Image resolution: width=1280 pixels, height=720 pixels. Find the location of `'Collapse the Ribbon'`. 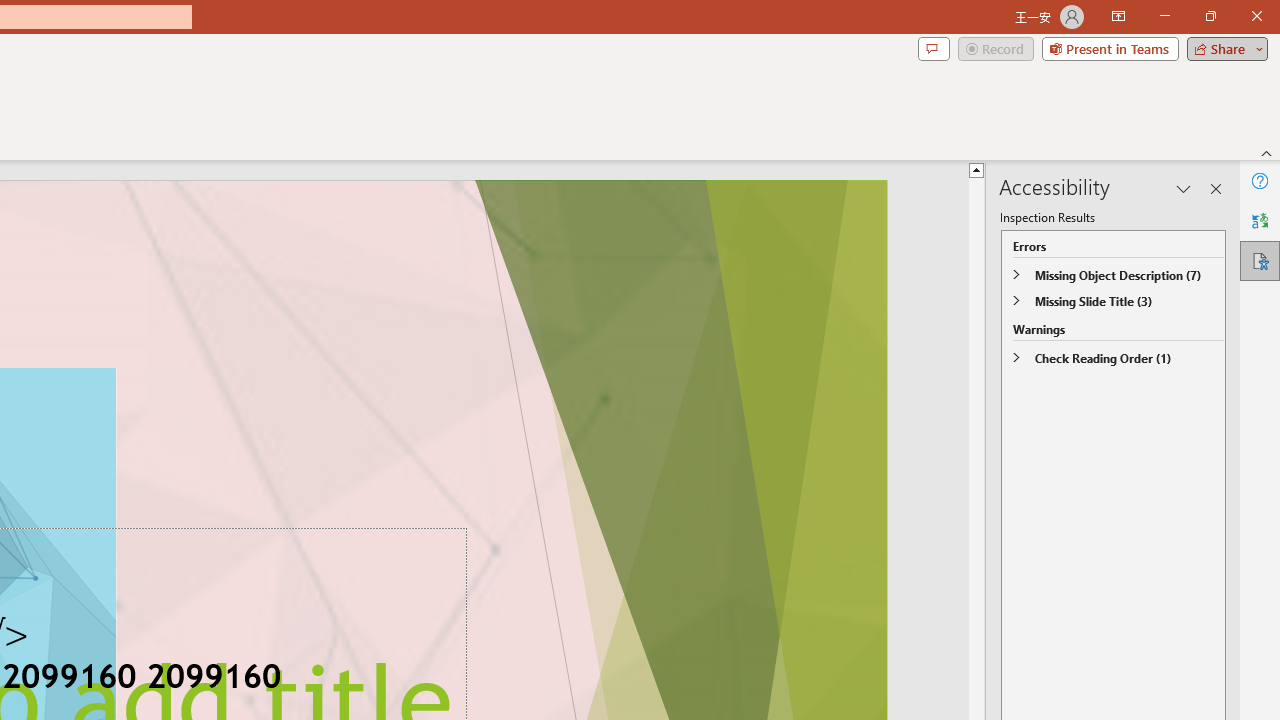

'Collapse the Ribbon' is located at coordinates (1266, 152).